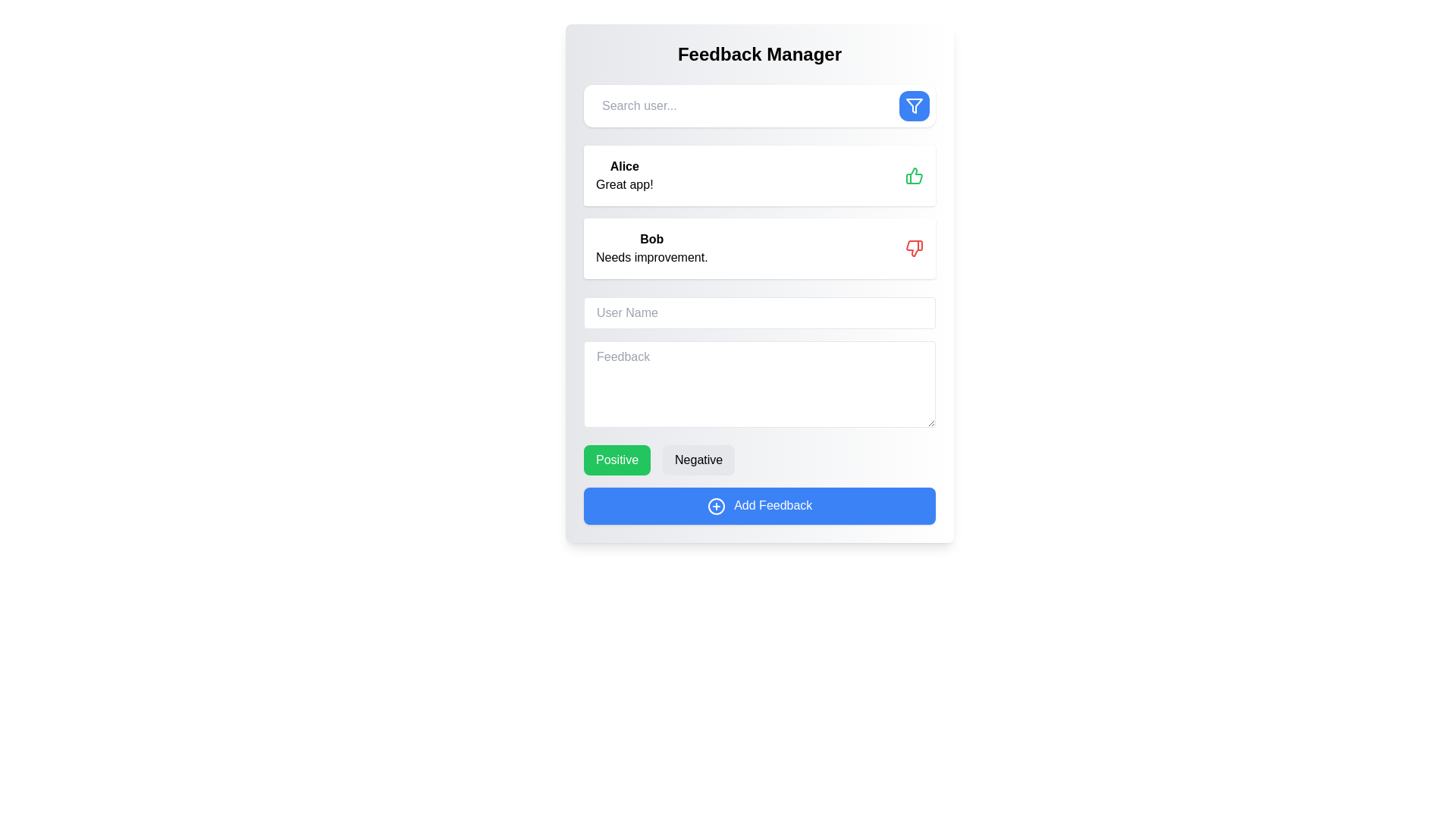  I want to click on the text label representing the user's name associated with the feedback entry located at the upper portion of the feedback item in the feedback manager interface, so click(624, 166).